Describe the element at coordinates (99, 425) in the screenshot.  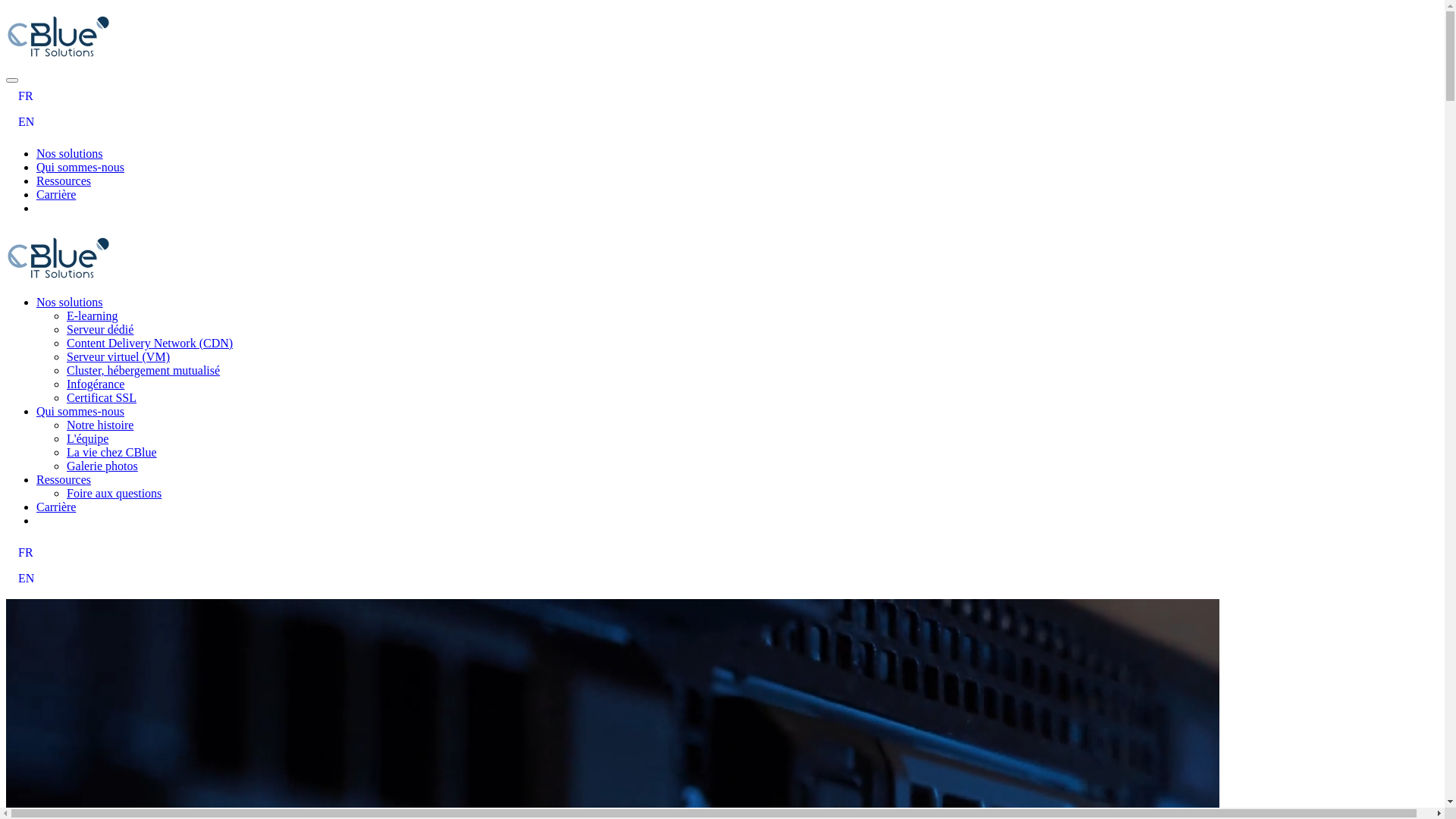
I see `'Notre histoire'` at that location.